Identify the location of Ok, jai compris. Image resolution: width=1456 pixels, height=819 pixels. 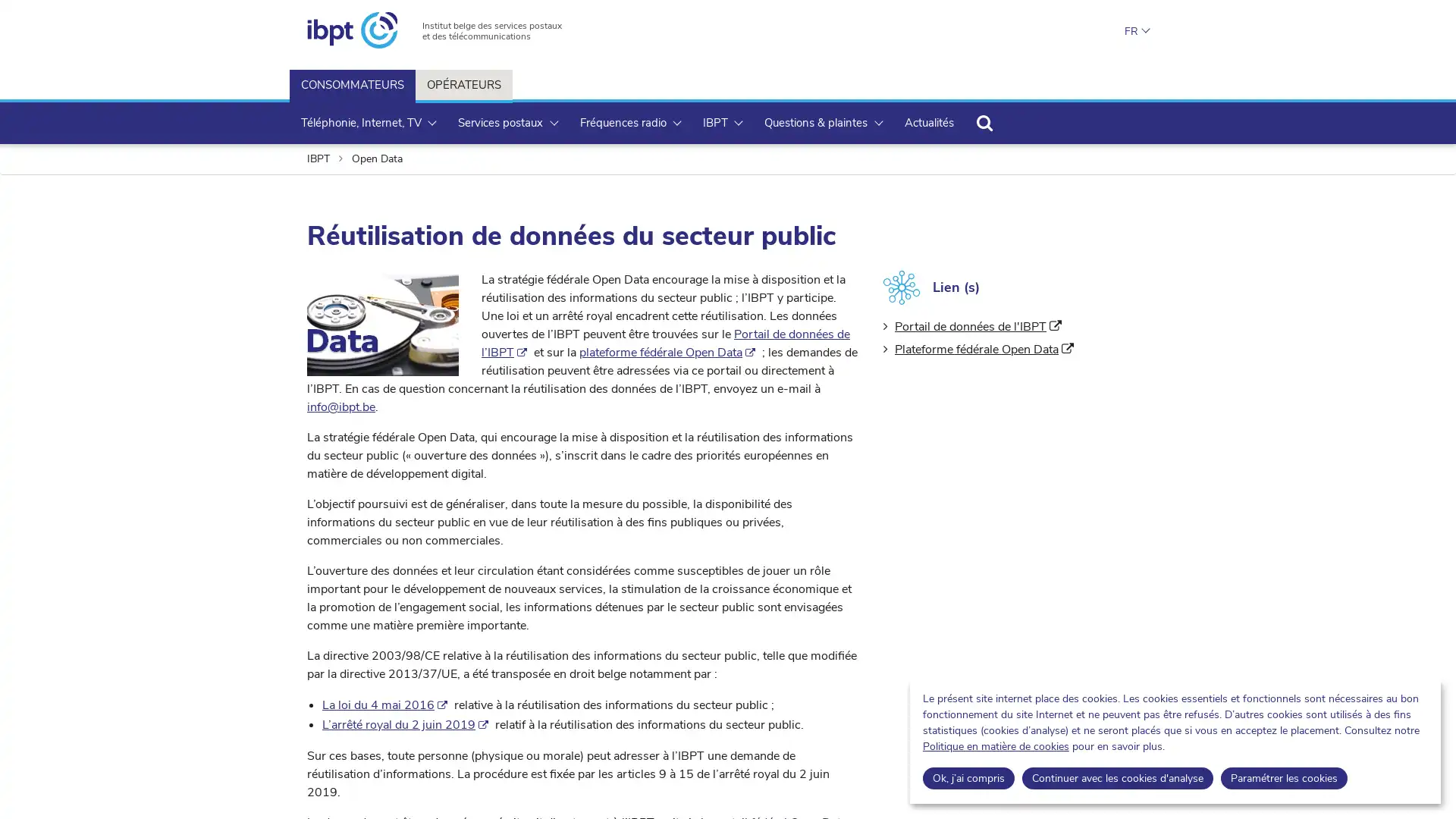
(967, 778).